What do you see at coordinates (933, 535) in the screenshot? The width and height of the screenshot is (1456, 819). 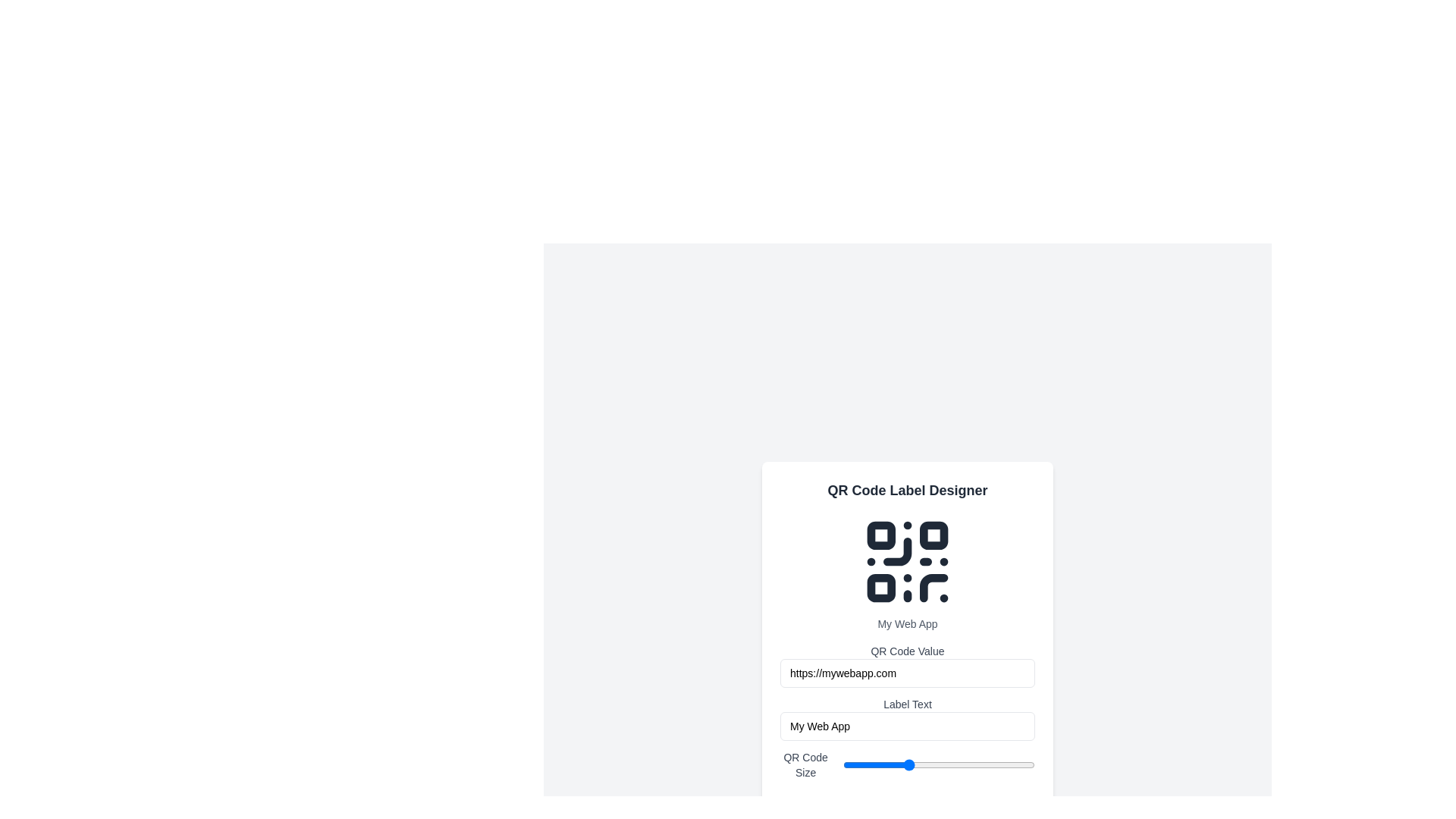 I see `the small square graphic element with rounded corners located towards the top right corner of the QR code` at bounding box center [933, 535].